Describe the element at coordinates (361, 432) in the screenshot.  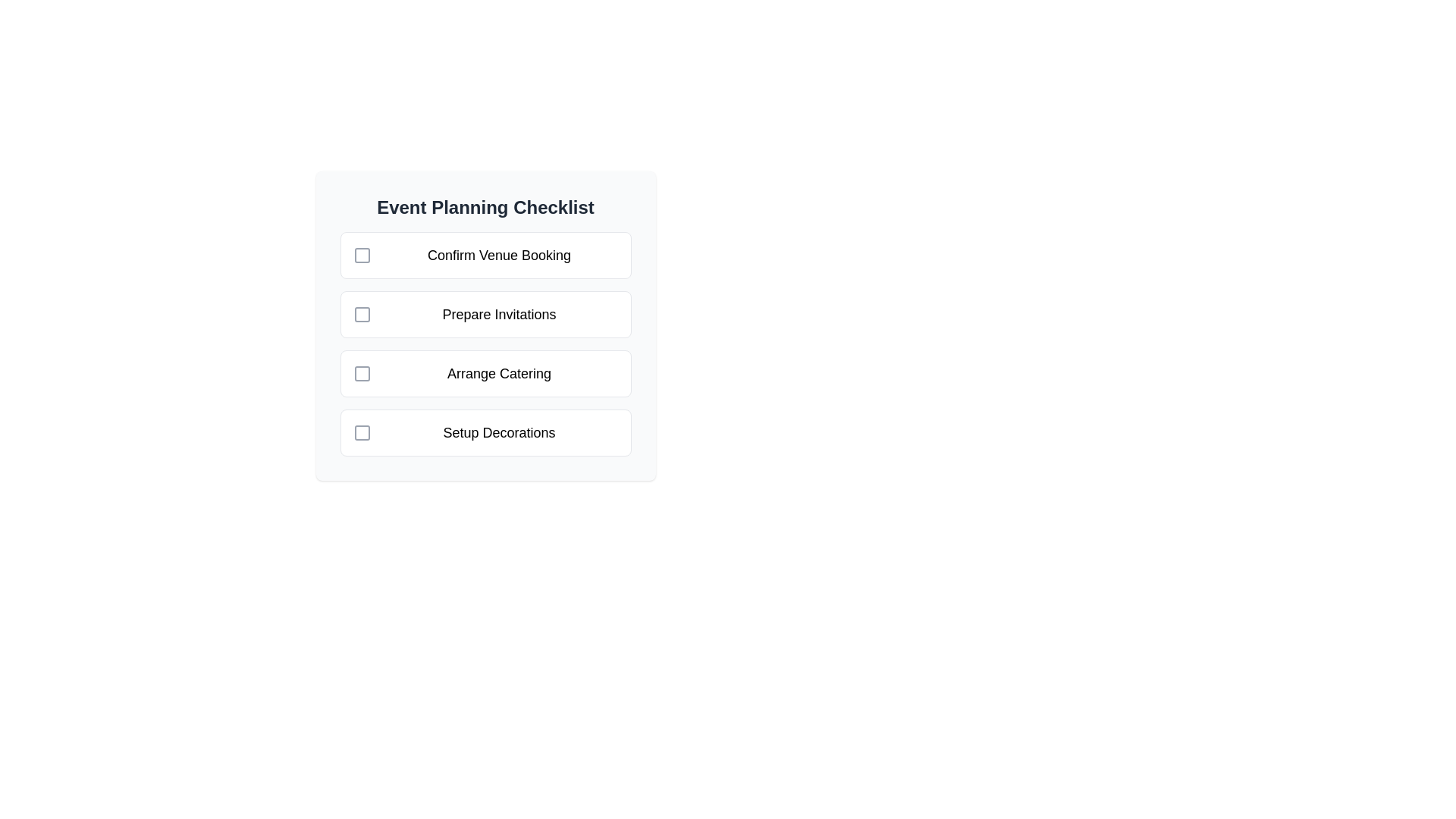
I see `the checkbox at the beginning of the 'Setup Decorations' item in the 'Event Planning Checklist'` at that location.